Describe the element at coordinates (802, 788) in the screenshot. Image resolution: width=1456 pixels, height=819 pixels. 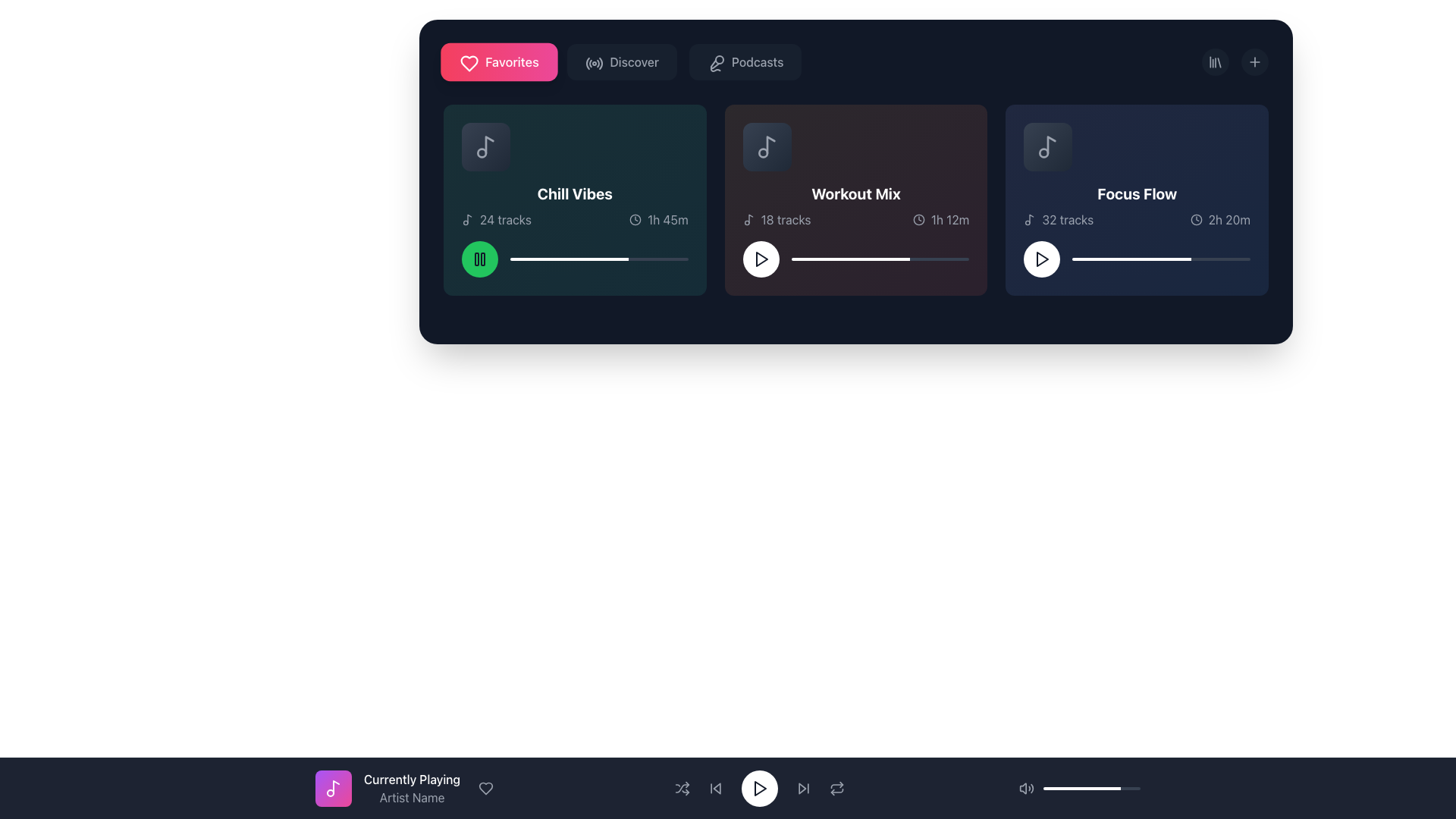
I see `the small arrow-shaped icon pointing forward, which is the fifth interactive icon from the left in the bottom-most horizontal control bar, to skip forward` at that location.